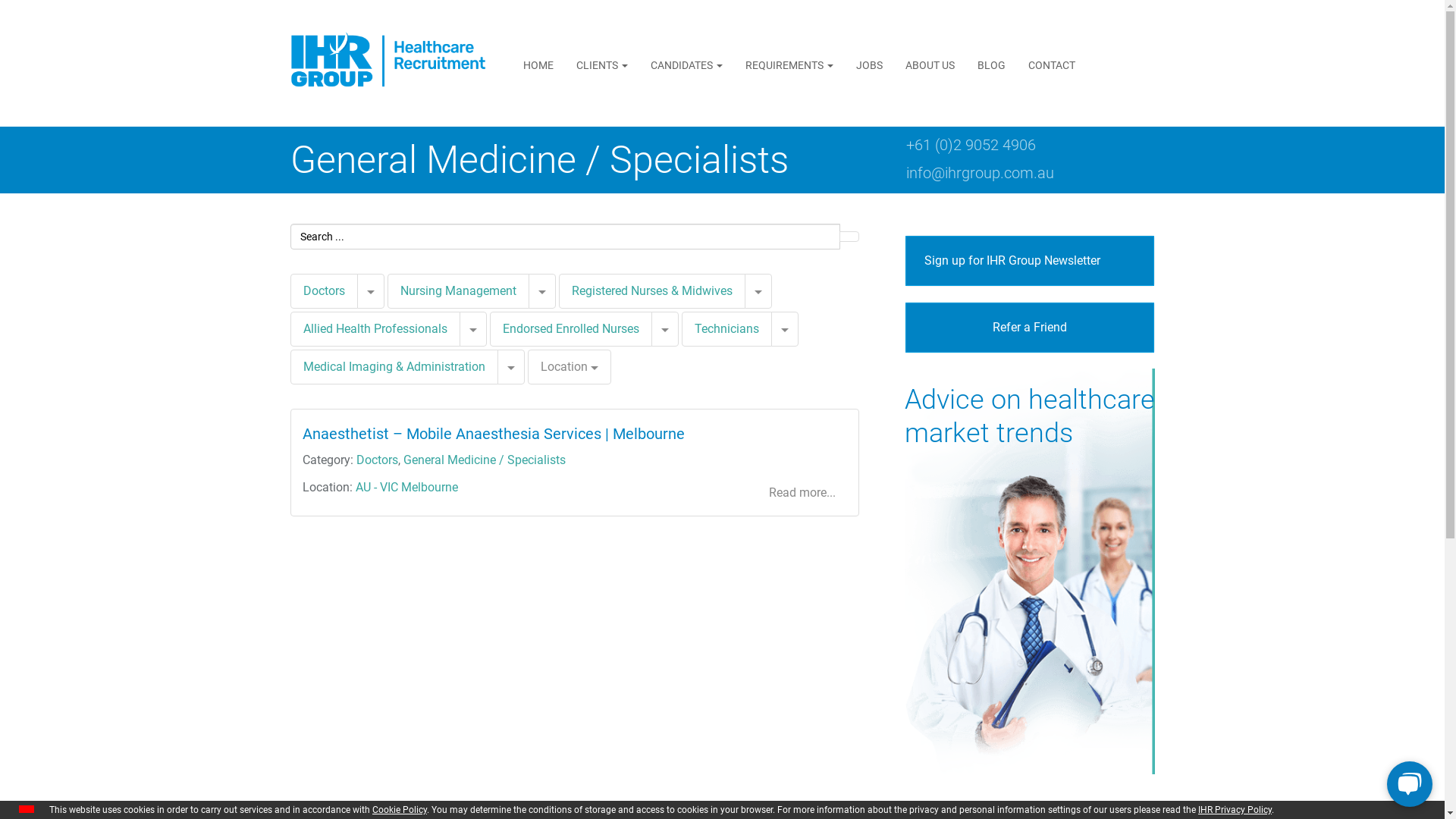 Image resolution: width=1456 pixels, height=819 pixels. Describe the element at coordinates (1030, 327) in the screenshot. I see `'Refer a Friend'` at that location.